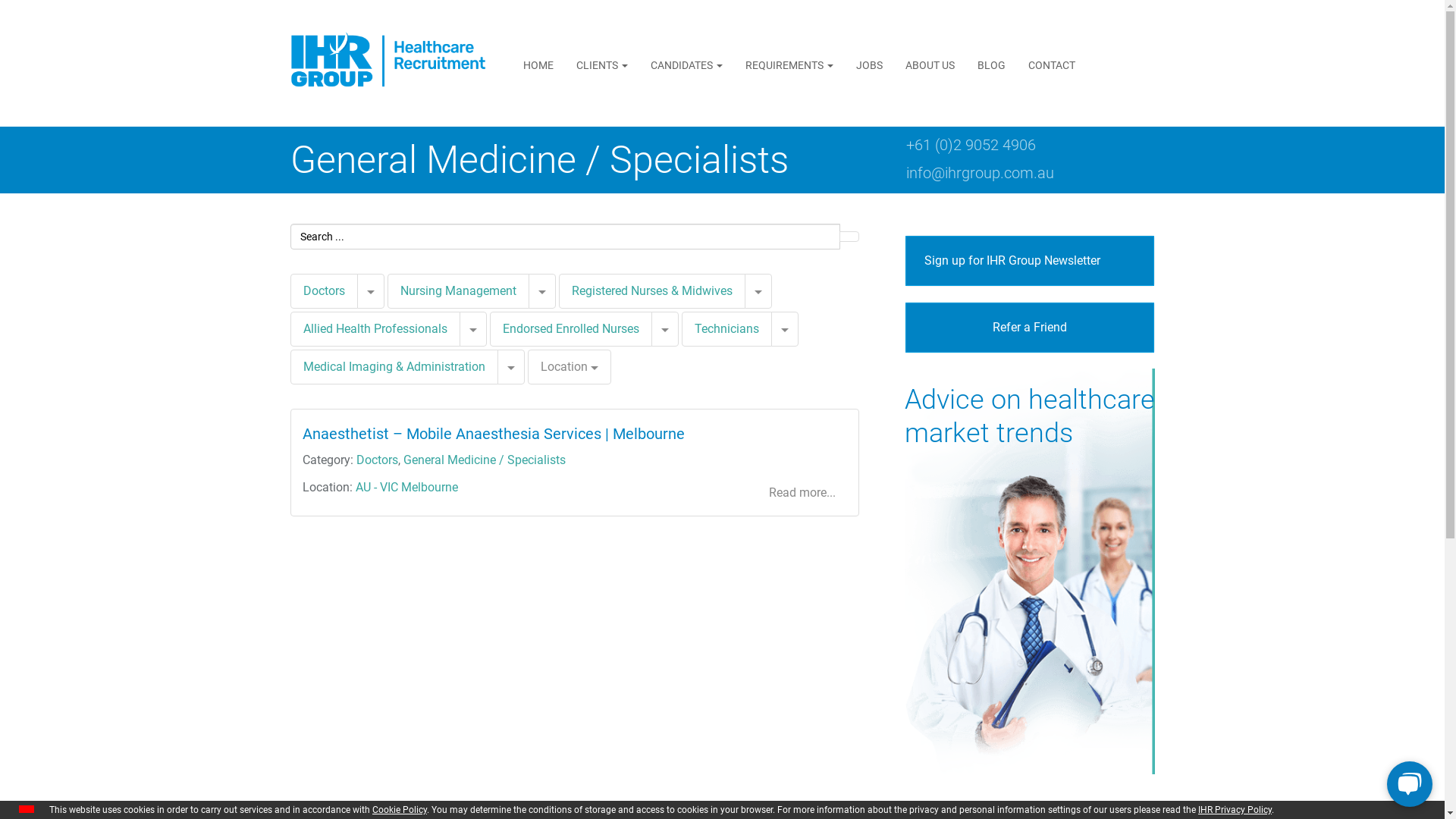 Image resolution: width=1456 pixels, height=819 pixels. Describe the element at coordinates (1030, 327) in the screenshot. I see `'Refer a Friend'` at that location.